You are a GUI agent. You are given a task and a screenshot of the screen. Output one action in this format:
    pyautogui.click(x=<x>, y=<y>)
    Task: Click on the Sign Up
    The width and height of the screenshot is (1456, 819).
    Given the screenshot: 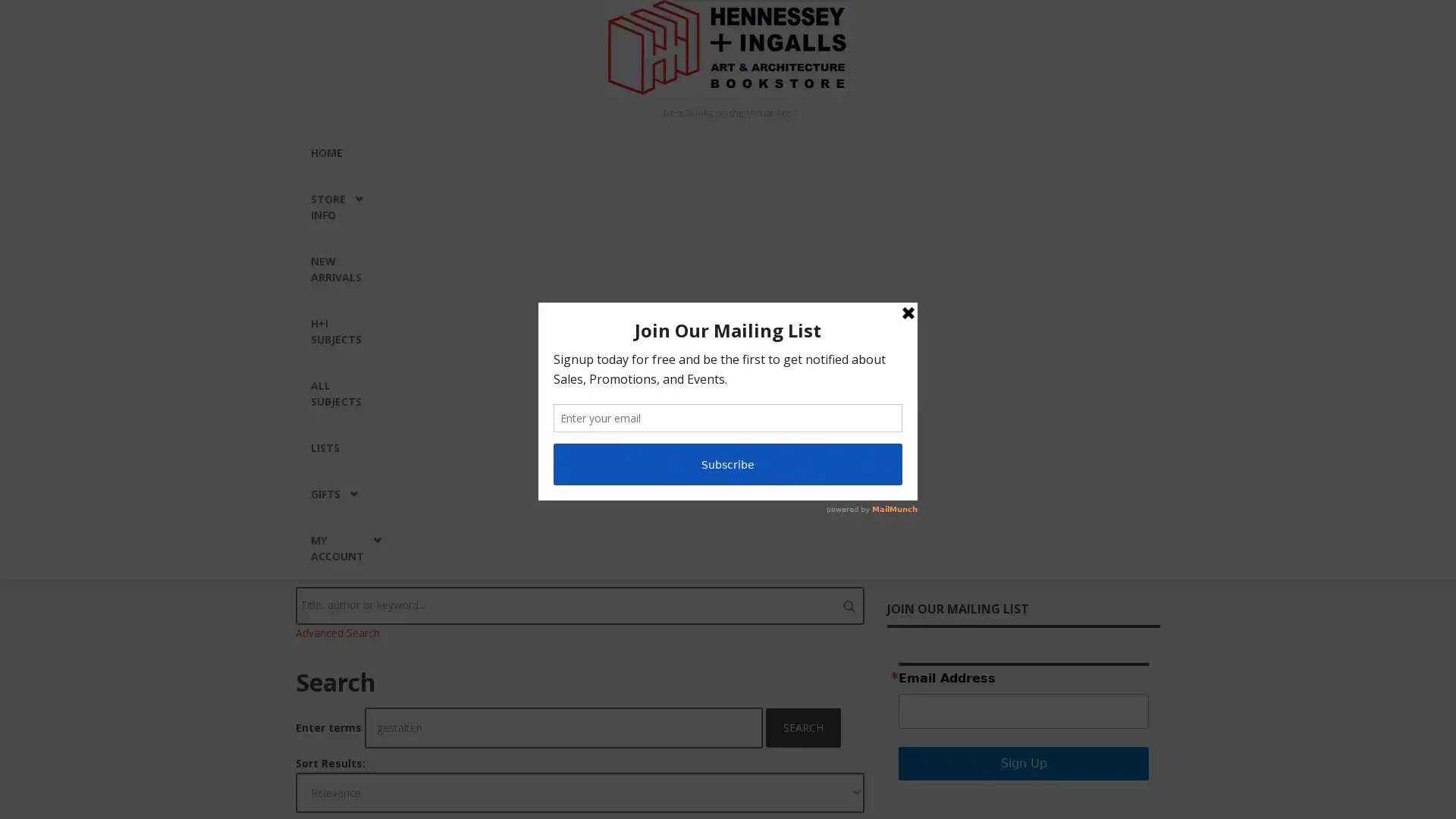 What is the action you would take?
    pyautogui.click(x=1023, y=763)
    